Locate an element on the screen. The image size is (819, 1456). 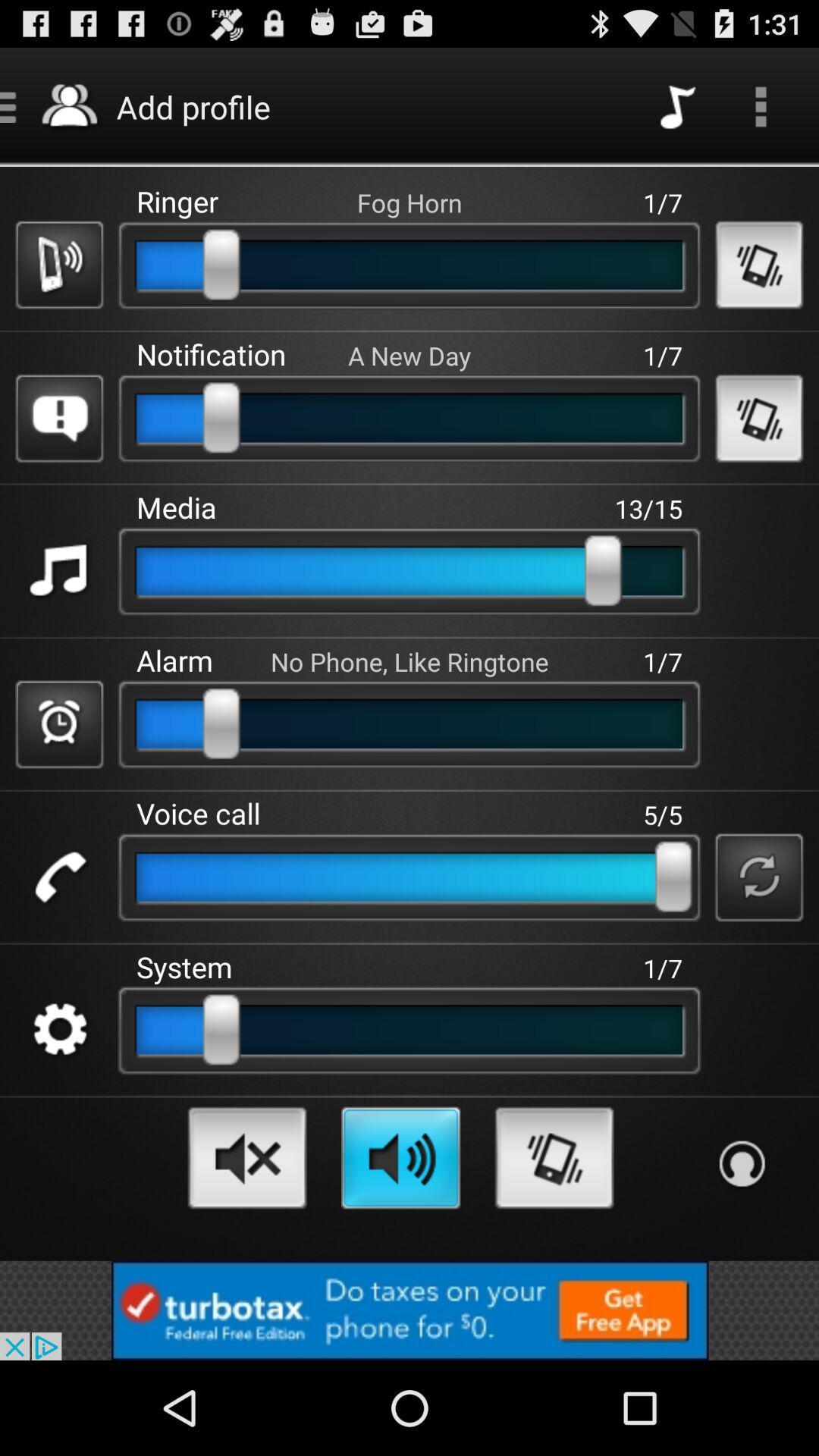
ring tones is located at coordinates (554, 1156).